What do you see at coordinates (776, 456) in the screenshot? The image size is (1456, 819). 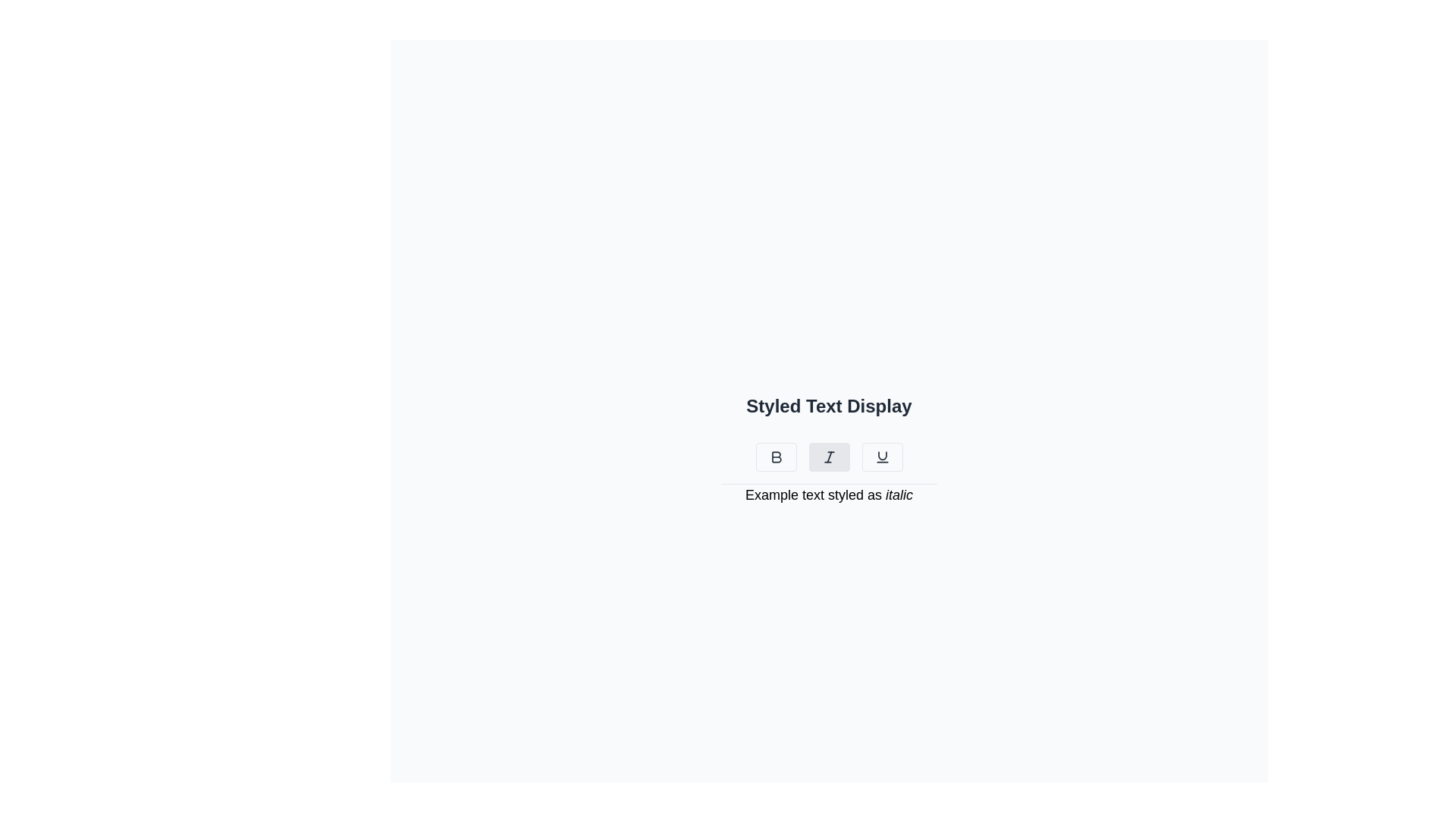 I see `the bold icon button represented as a stylized letter 'B' located beneath the 'Styled Text Display' heading` at bounding box center [776, 456].